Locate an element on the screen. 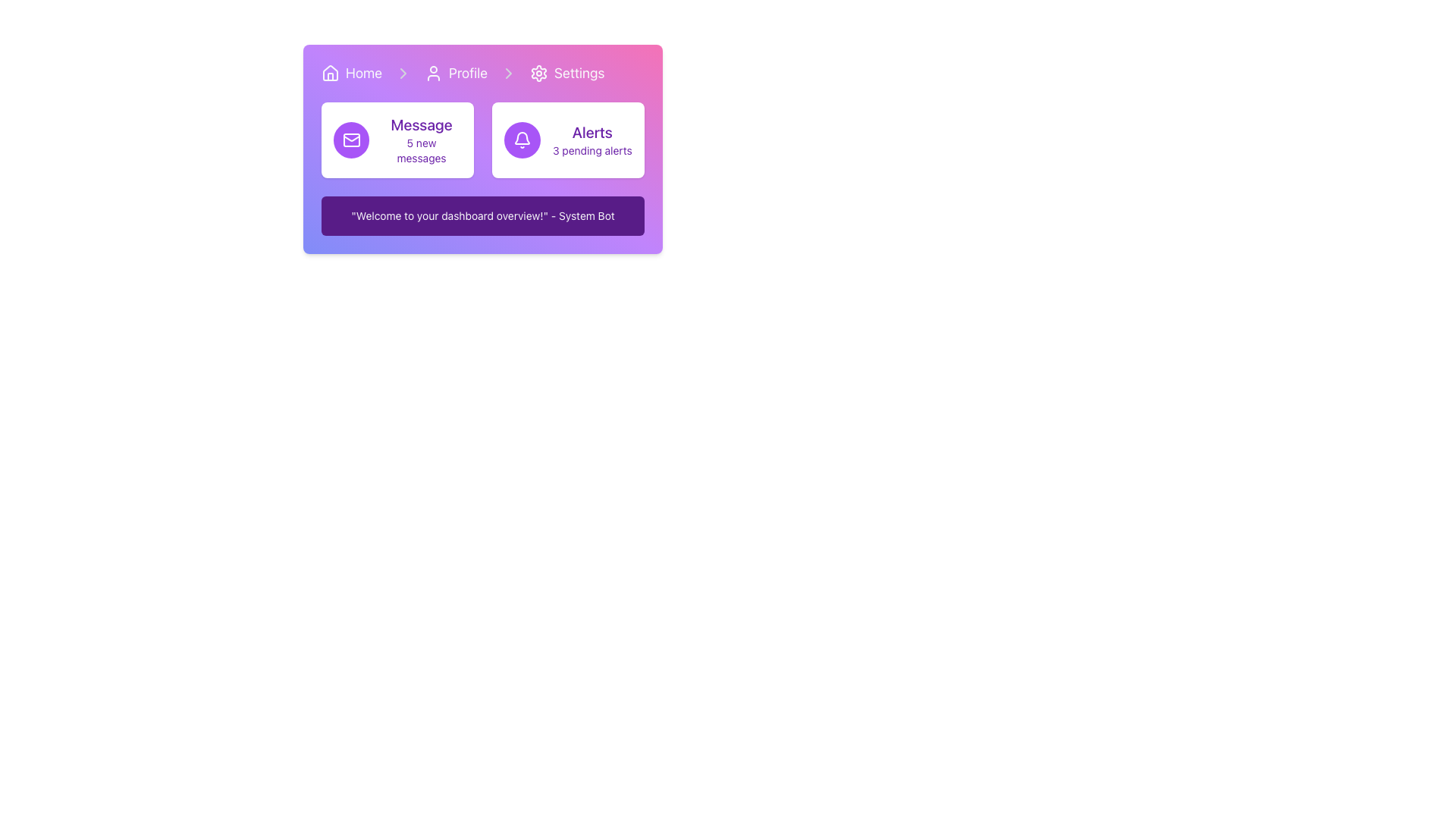 Image resolution: width=1456 pixels, height=819 pixels. the house-shaped icon button with a light purple background is located at coordinates (330, 73).